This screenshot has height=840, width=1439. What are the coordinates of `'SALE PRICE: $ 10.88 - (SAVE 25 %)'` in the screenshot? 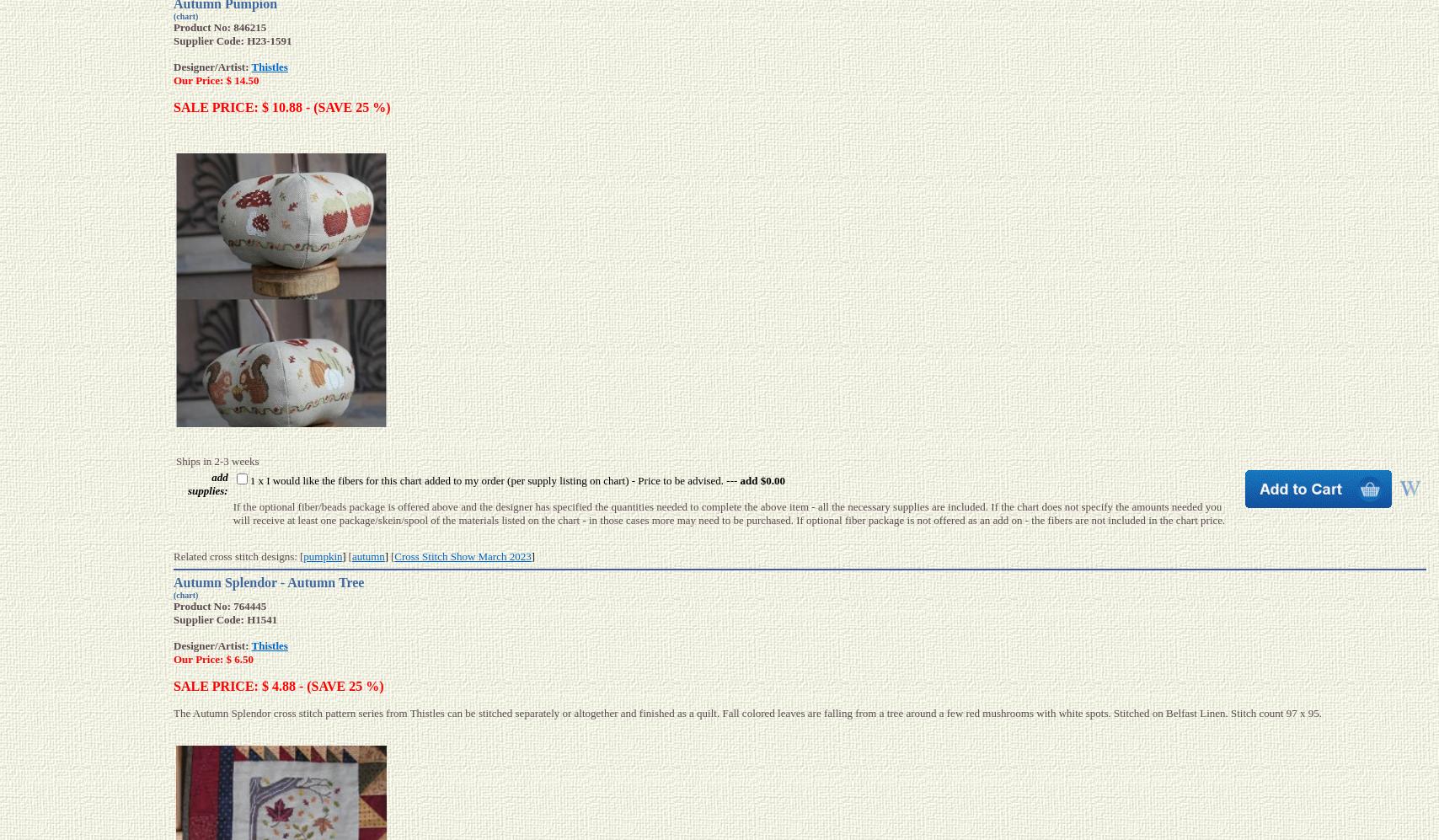 It's located at (281, 107).